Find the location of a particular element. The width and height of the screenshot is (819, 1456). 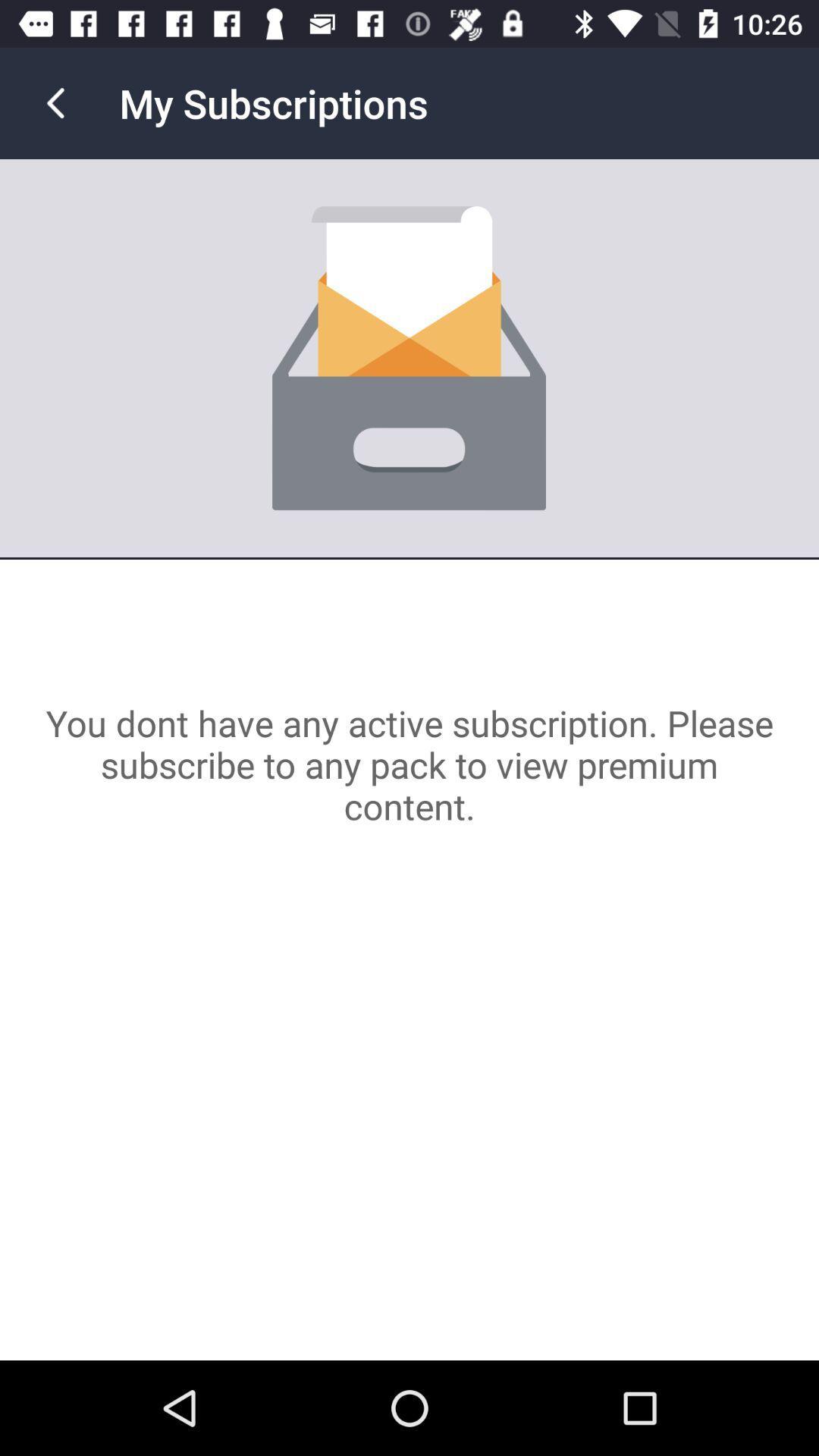

go back is located at coordinates (55, 102).